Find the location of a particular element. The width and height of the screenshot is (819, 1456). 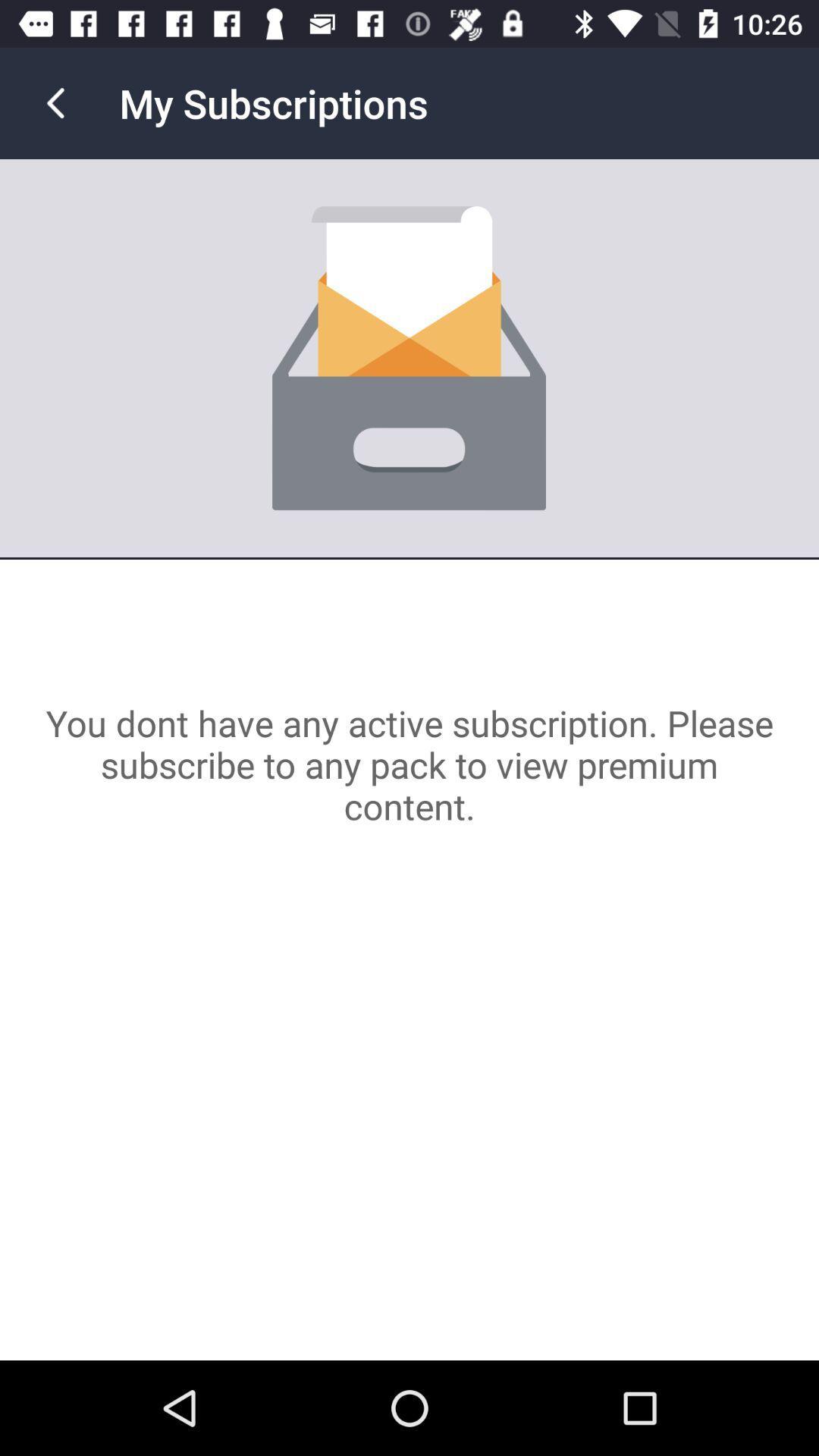

go back is located at coordinates (55, 102).